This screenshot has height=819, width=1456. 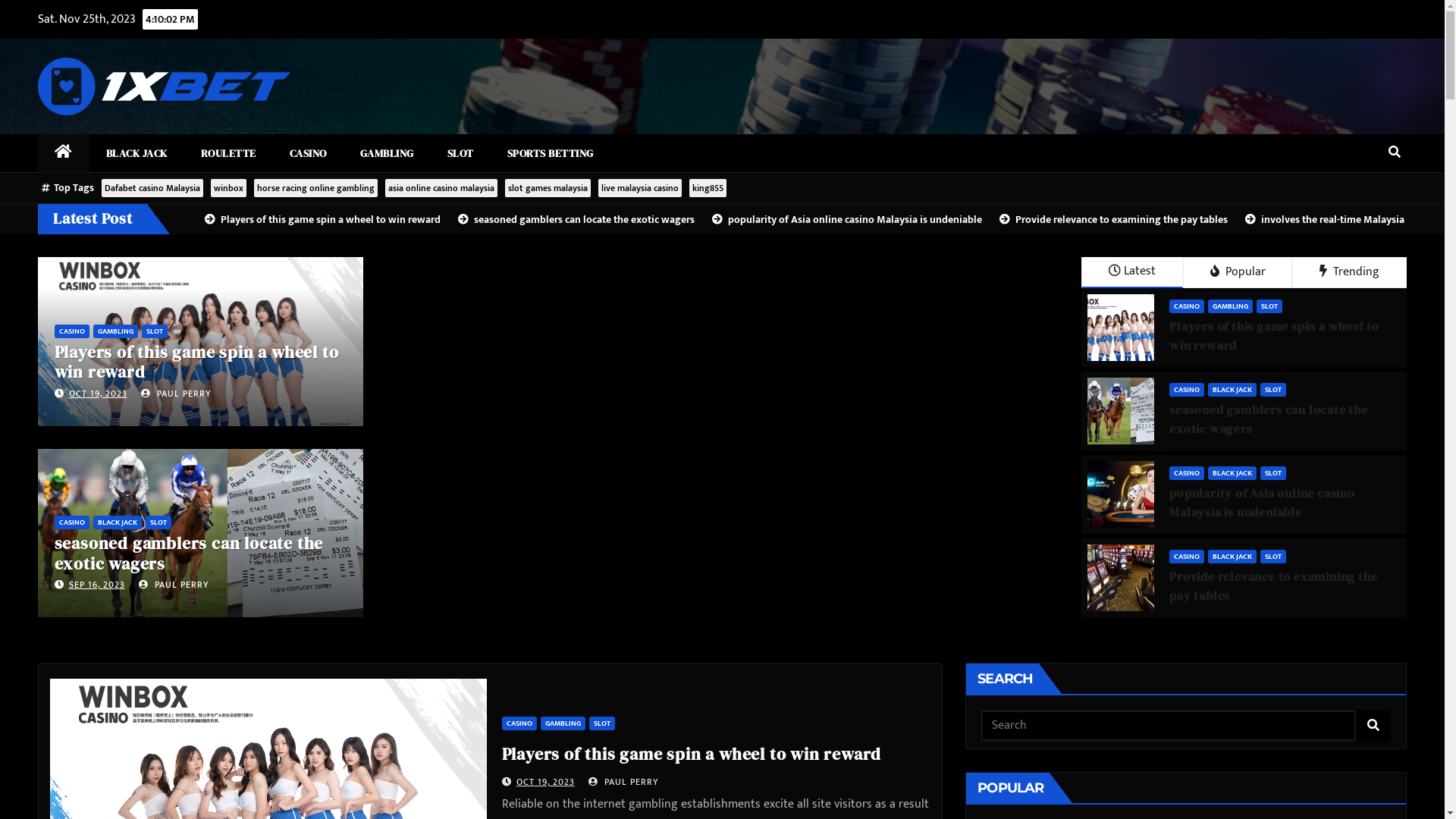 What do you see at coordinates (315, 187) in the screenshot?
I see `'horse racing online gambling'` at bounding box center [315, 187].